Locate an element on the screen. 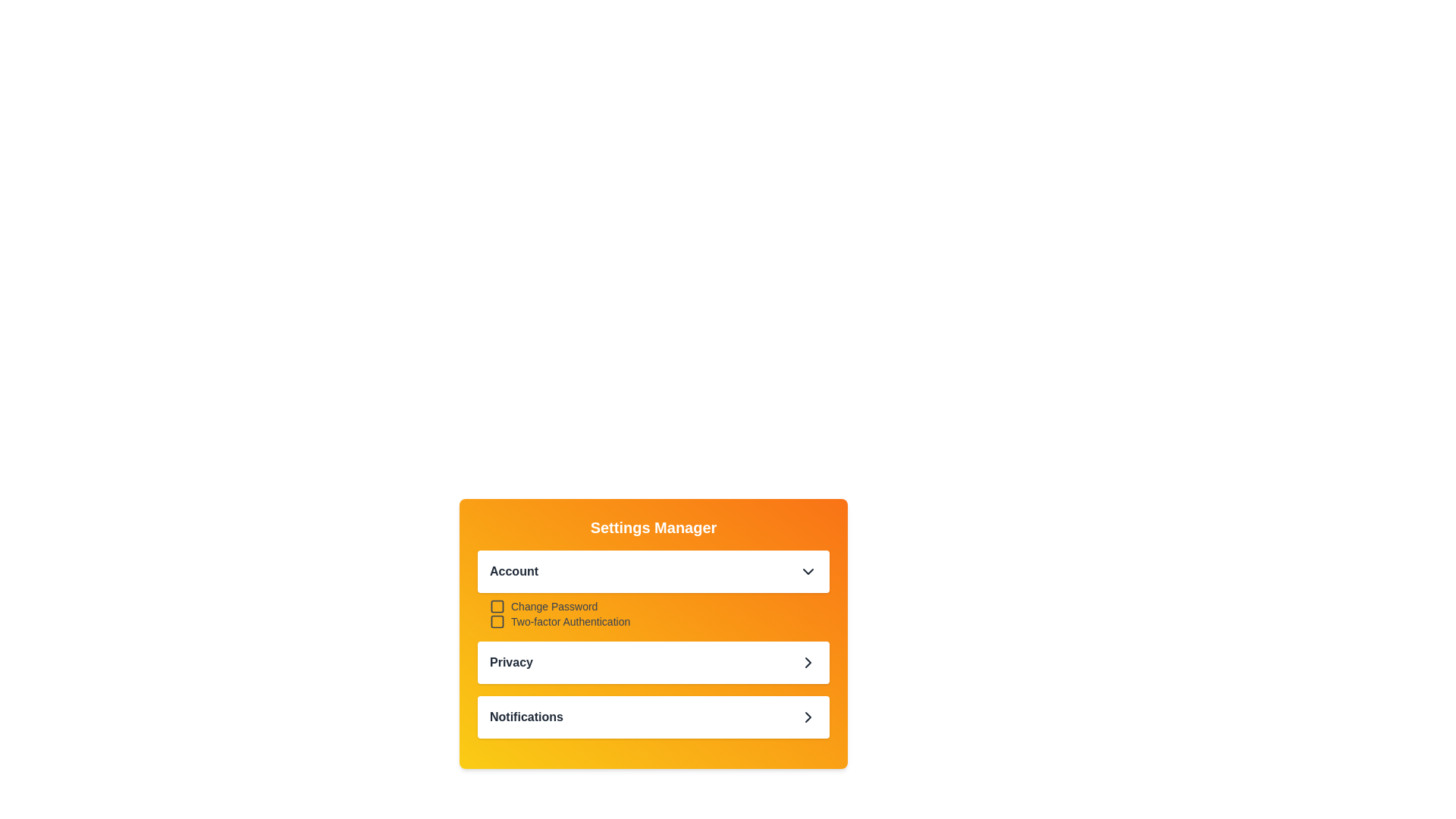 The width and height of the screenshot is (1456, 819). the decorative or status icon displayed next to the 'Change Password' label in the 'Settings Manager' section under the 'Account' dropdown menu is located at coordinates (497, 605).